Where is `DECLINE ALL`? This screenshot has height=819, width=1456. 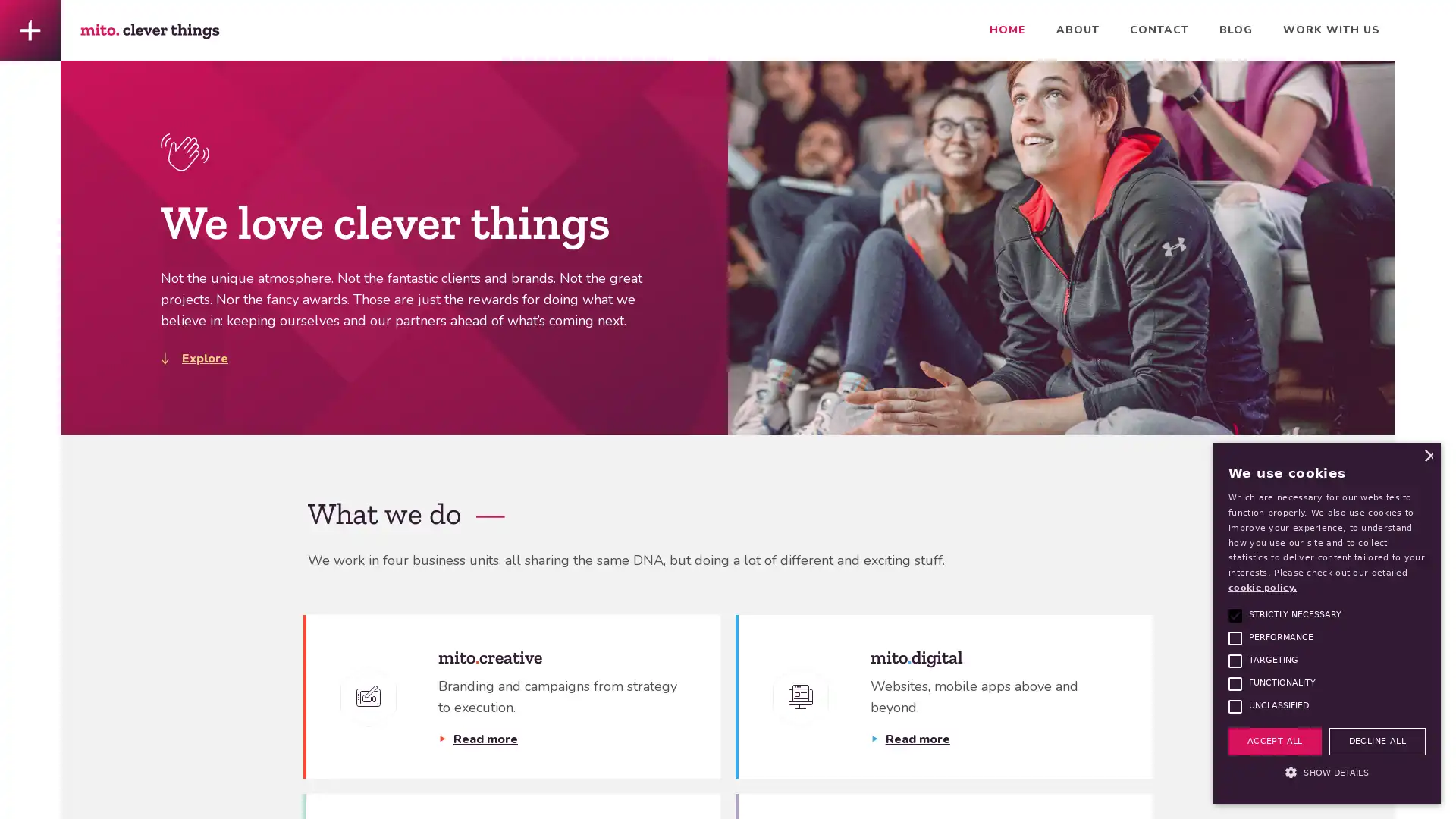 DECLINE ALL is located at coordinates (1376, 740).